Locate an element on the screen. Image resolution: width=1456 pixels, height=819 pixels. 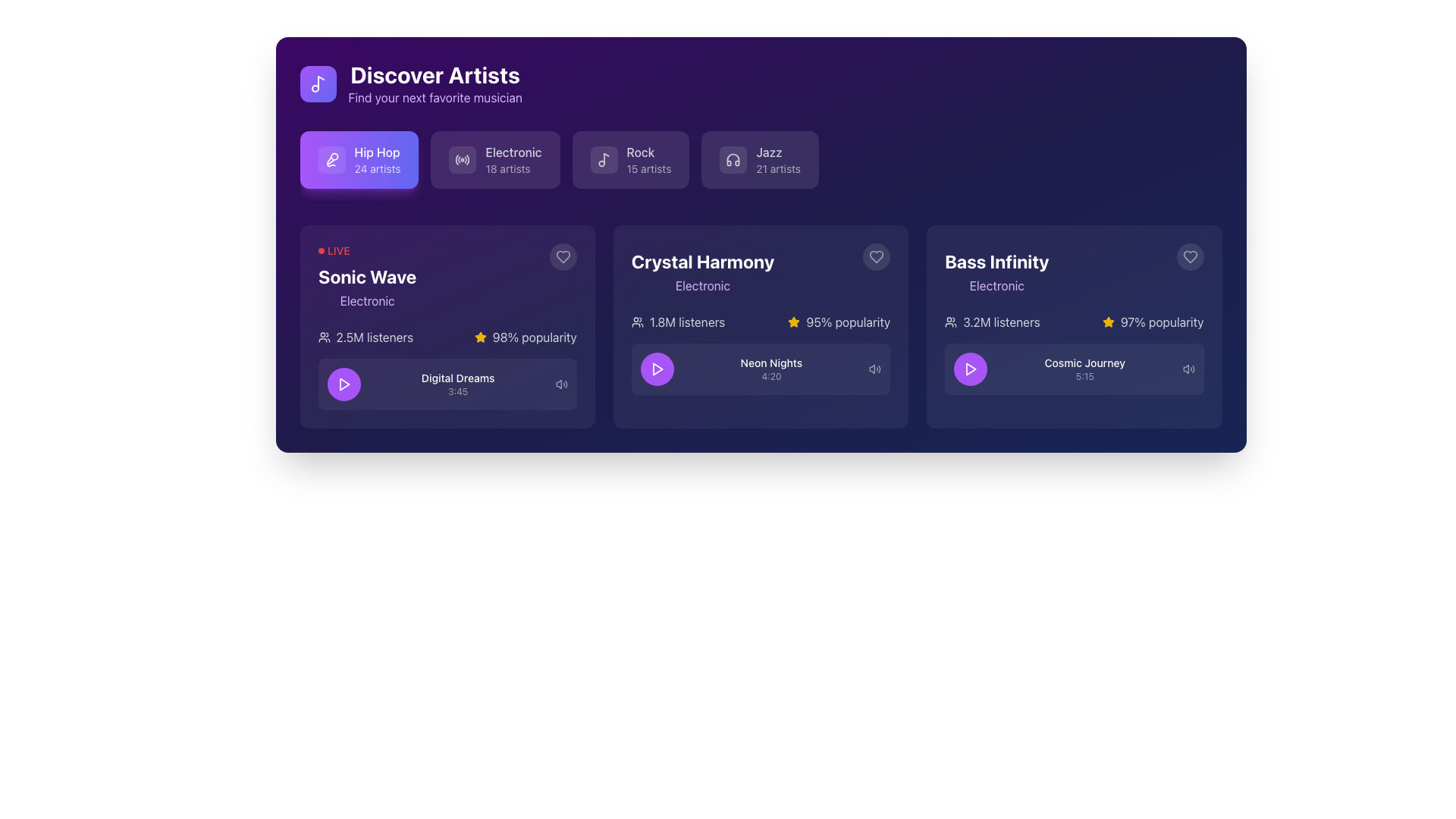
the heart icon button located in the details card labeled 'Bass Infinity' is located at coordinates (1189, 256).